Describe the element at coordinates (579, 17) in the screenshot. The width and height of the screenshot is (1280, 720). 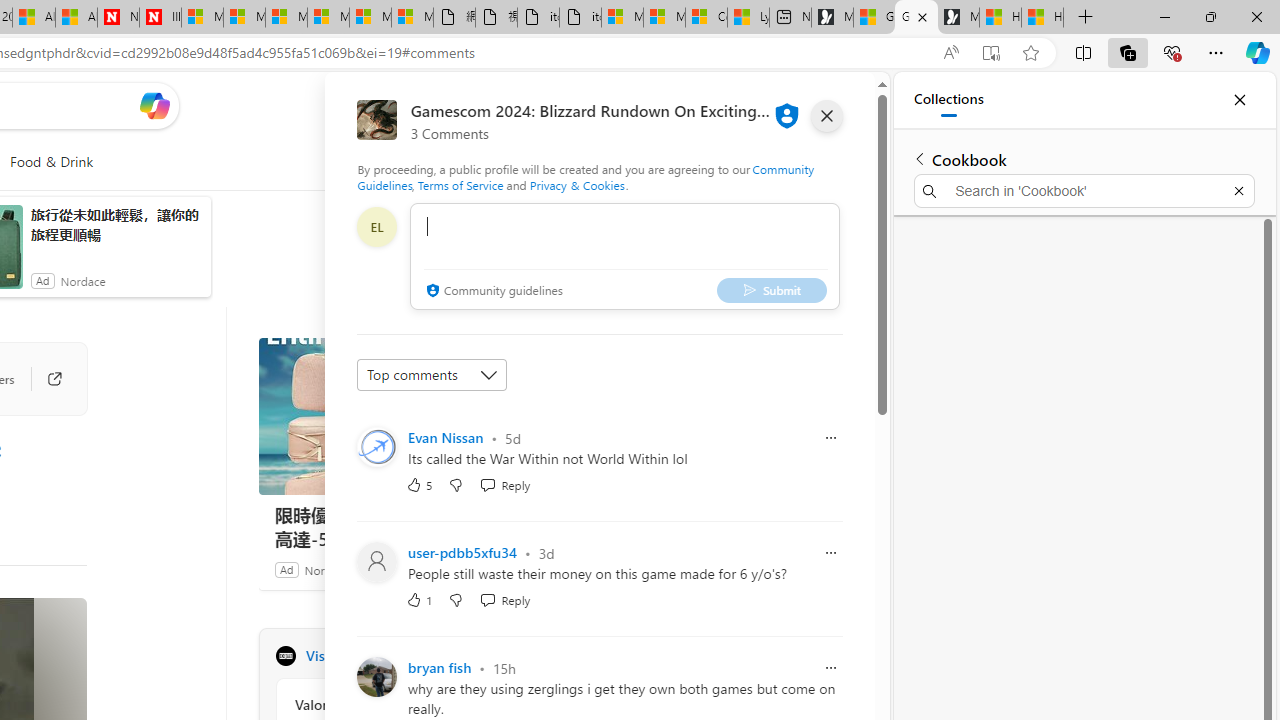
I see `'itconcepthk.com/projector_solutions.mp4'` at that location.